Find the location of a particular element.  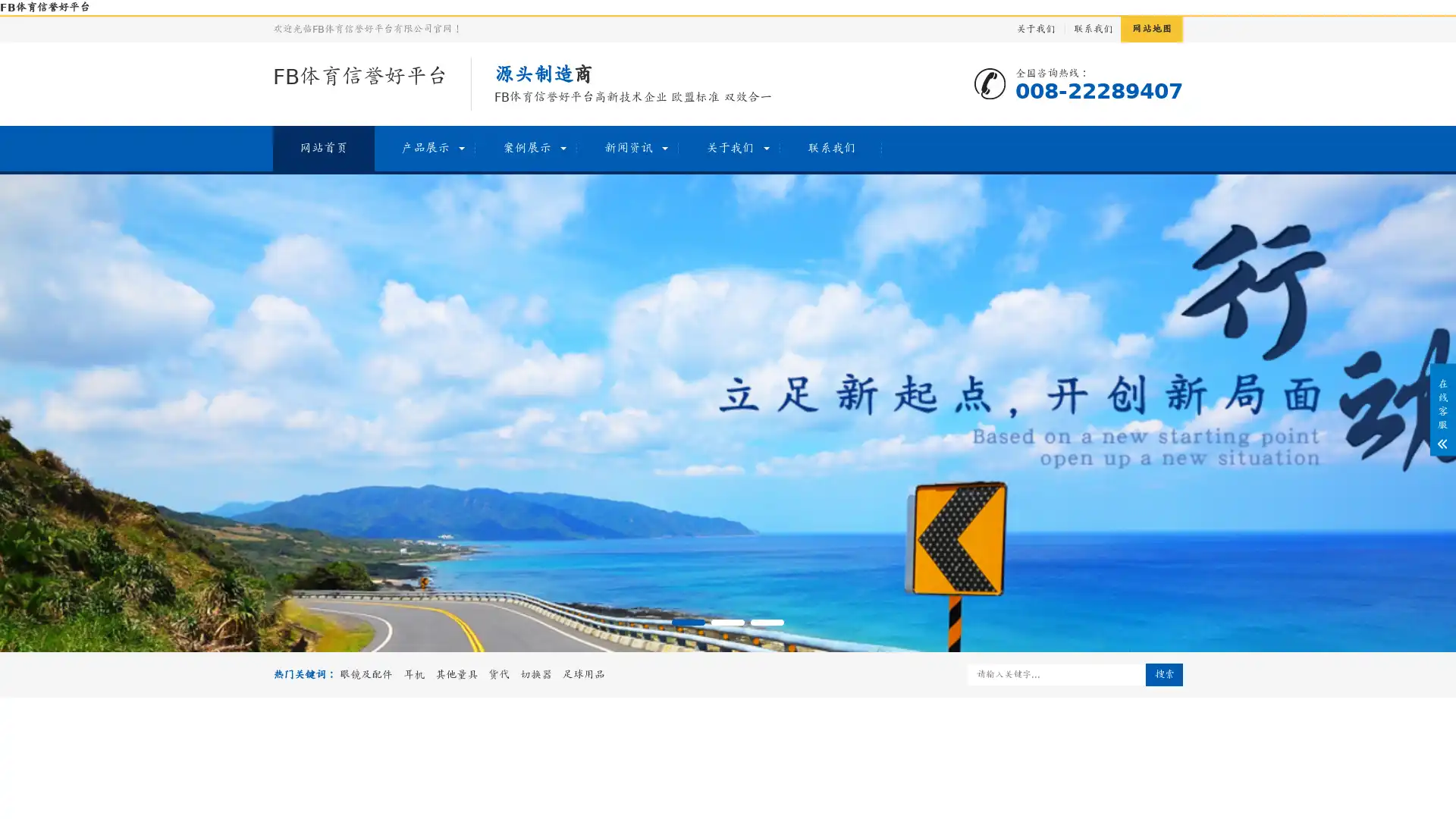

Go to slide 2 is located at coordinates (728, 623).